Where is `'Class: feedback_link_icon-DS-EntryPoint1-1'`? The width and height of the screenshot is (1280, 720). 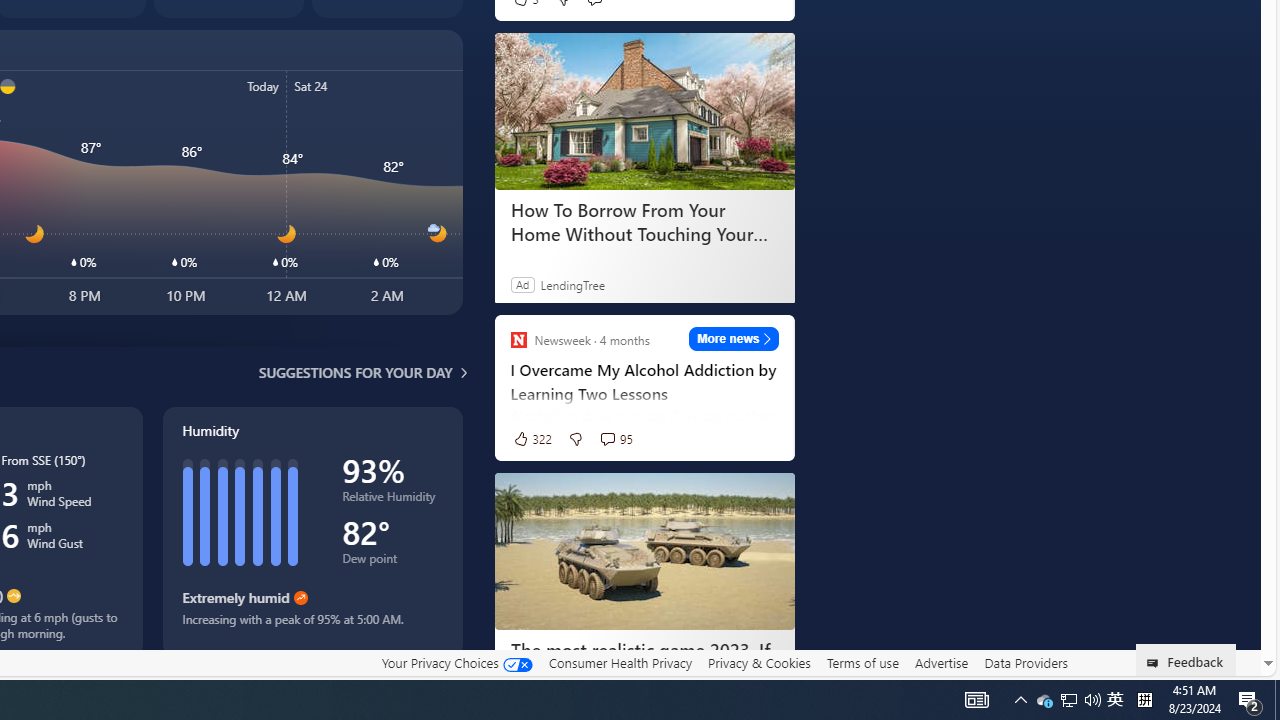
'Class: feedback_link_icon-DS-EntryPoint1-1' is located at coordinates (1156, 663).